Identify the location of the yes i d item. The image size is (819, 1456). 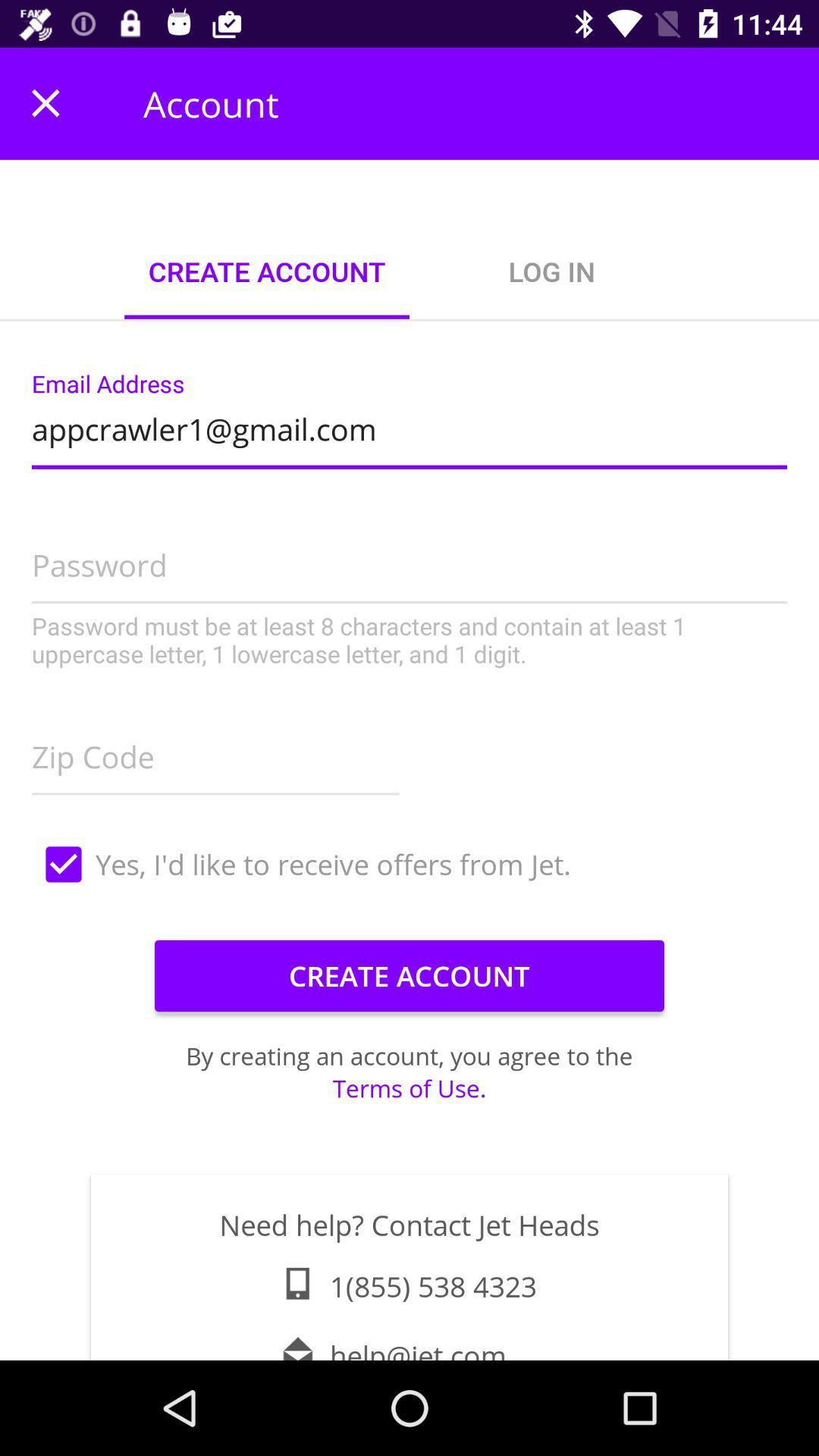
(409, 864).